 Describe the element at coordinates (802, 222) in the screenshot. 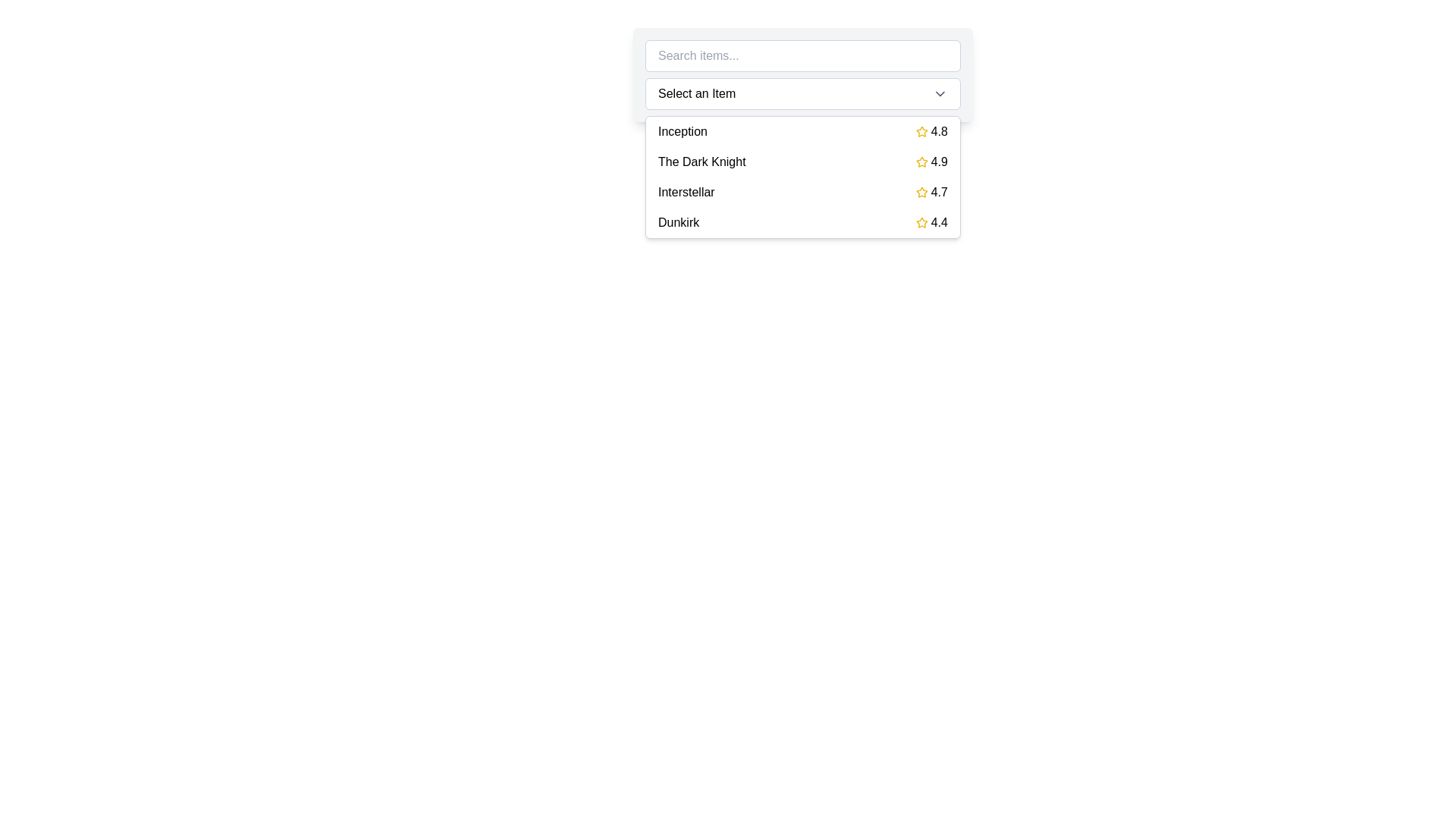

I see `the list item labeled 'Dunkirk' within the dropdown menu` at that location.